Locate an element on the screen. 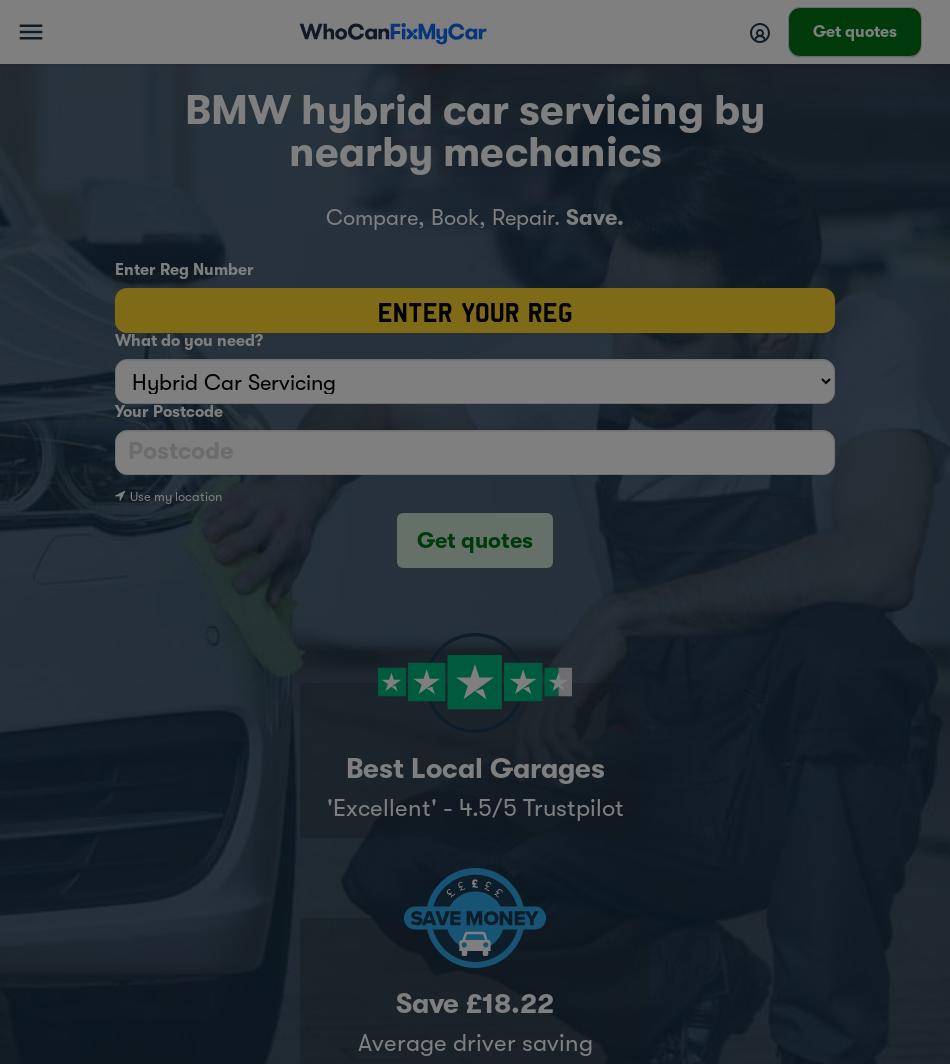  'Enter Reg Number' is located at coordinates (184, 270).